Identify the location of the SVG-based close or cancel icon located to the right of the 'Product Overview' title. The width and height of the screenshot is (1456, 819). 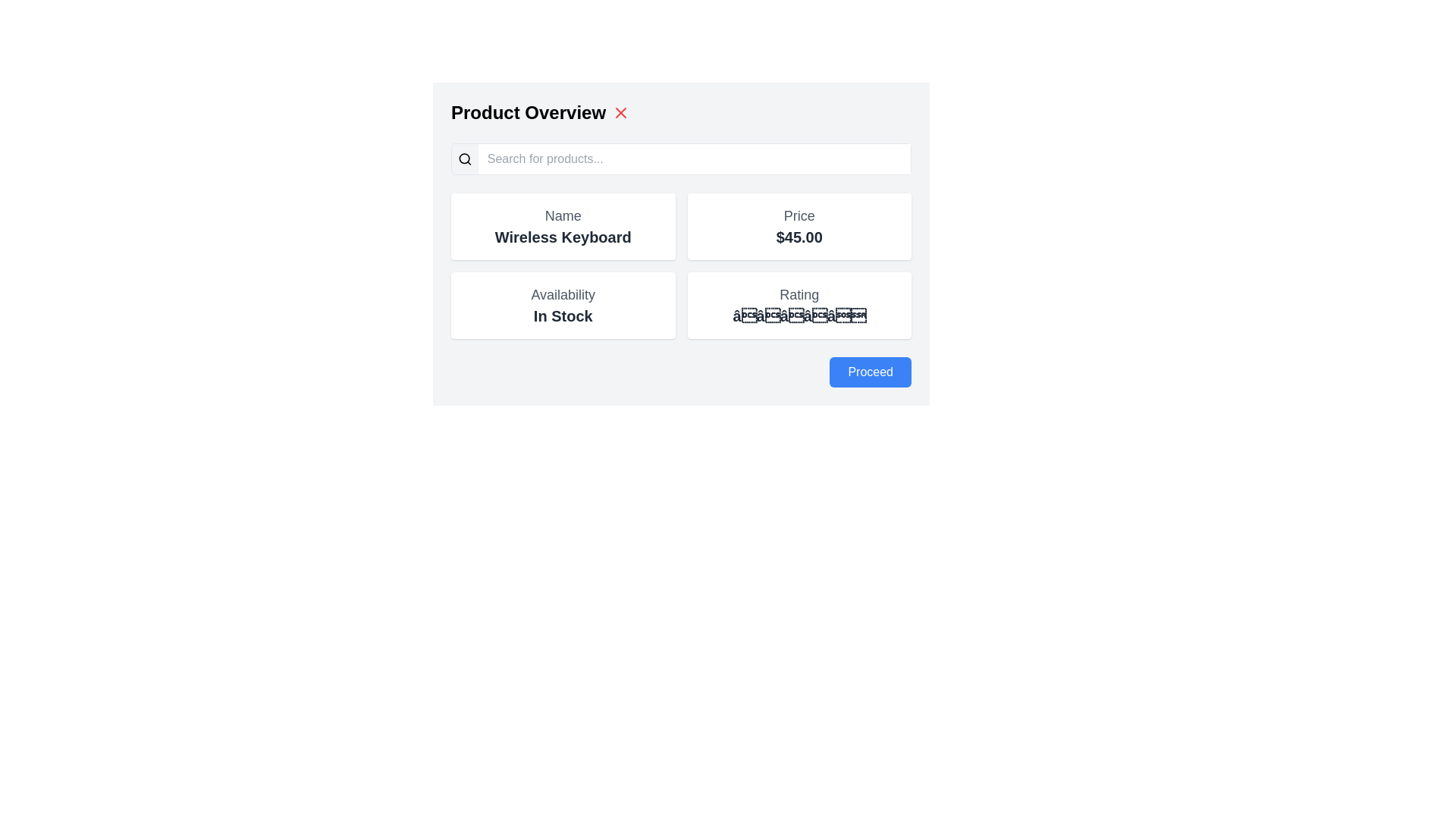
(621, 112).